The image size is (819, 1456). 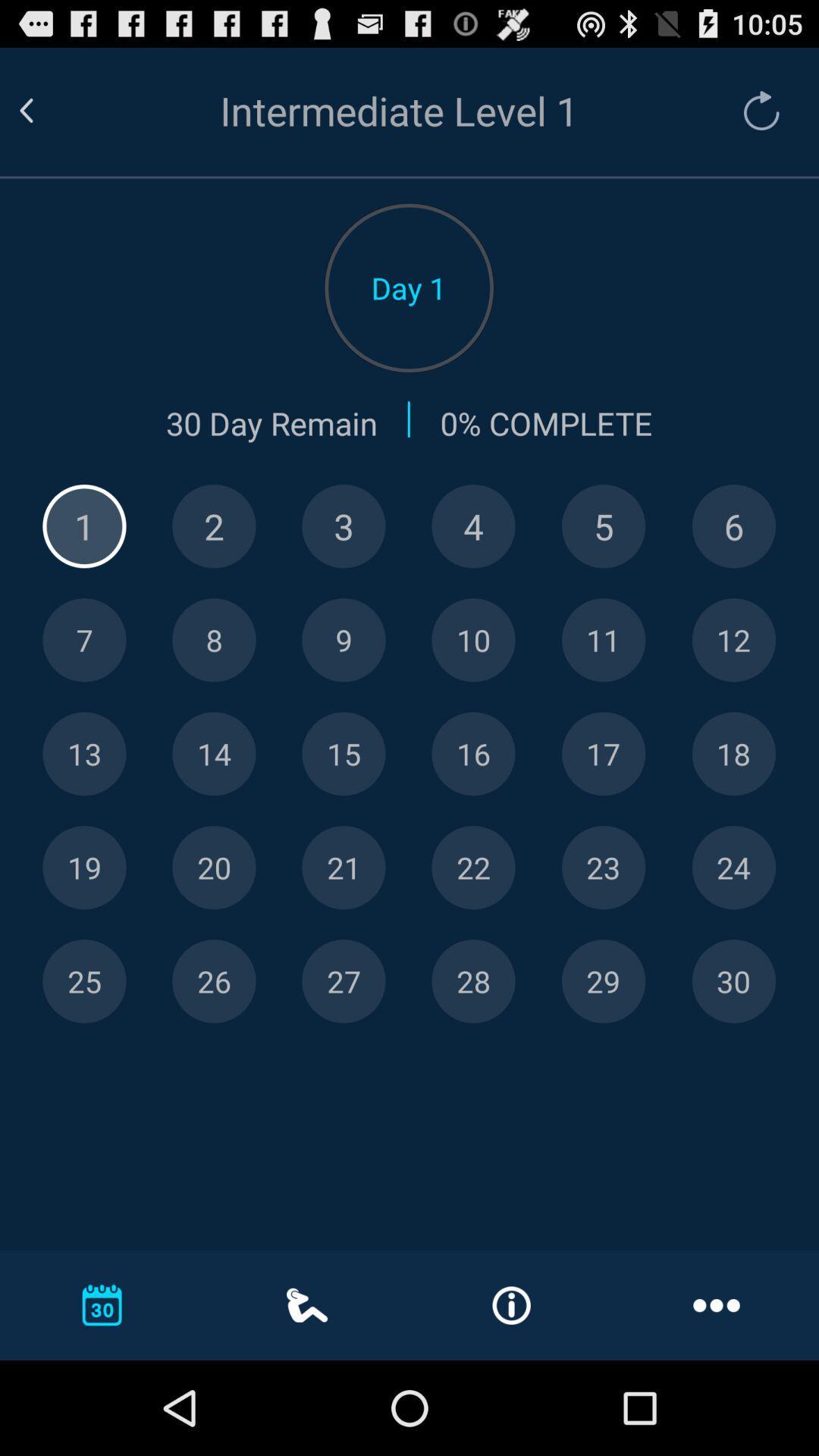 What do you see at coordinates (472, 526) in the screenshot?
I see `date` at bounding box center [472, 526].